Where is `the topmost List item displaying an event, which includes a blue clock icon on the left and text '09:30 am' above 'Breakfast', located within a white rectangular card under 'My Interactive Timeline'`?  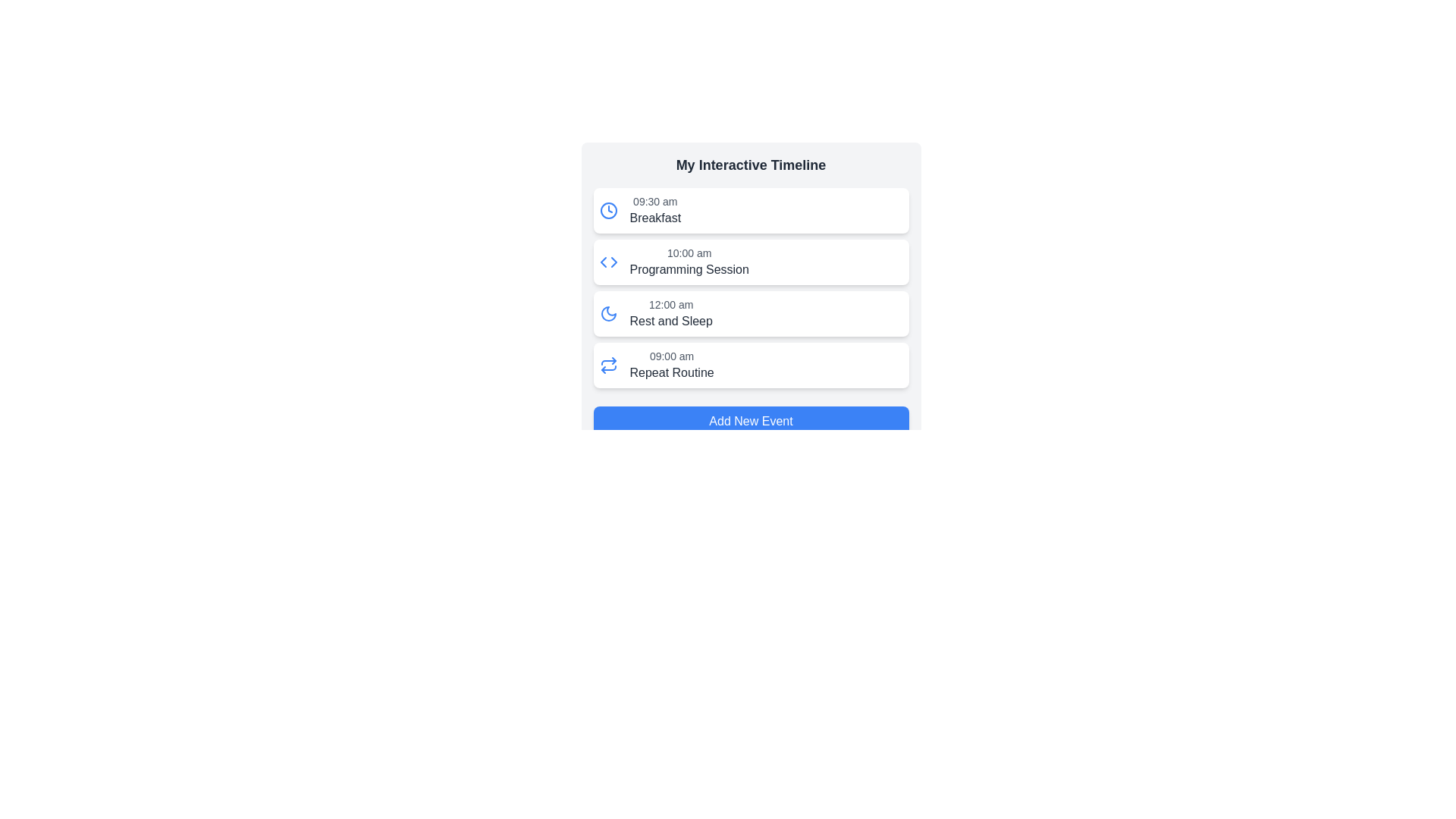 the topmost List item displaying an event, which includes a blue clock icon on the left and text '09:30 am' above 'Breakfast', located within a white rectangular card under 'My Interactive Timeline' is located at coordinates (640, 210).